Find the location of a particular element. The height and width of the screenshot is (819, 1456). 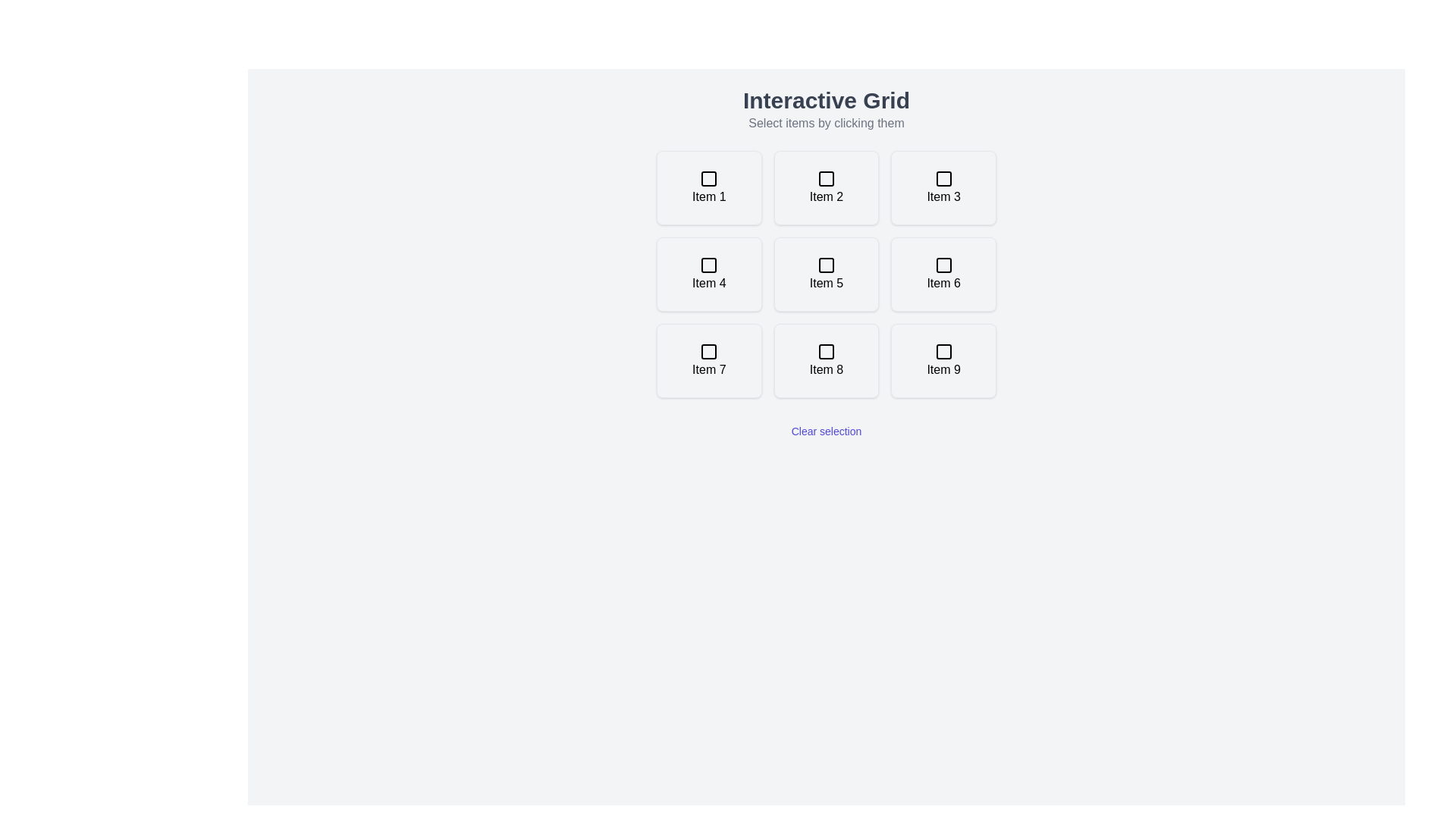

the visual indicator, a small rectangle with rounded corners located in the center of the sixth box labeled 'Item 6' on the grid interface is located at coordinates (943, 265).